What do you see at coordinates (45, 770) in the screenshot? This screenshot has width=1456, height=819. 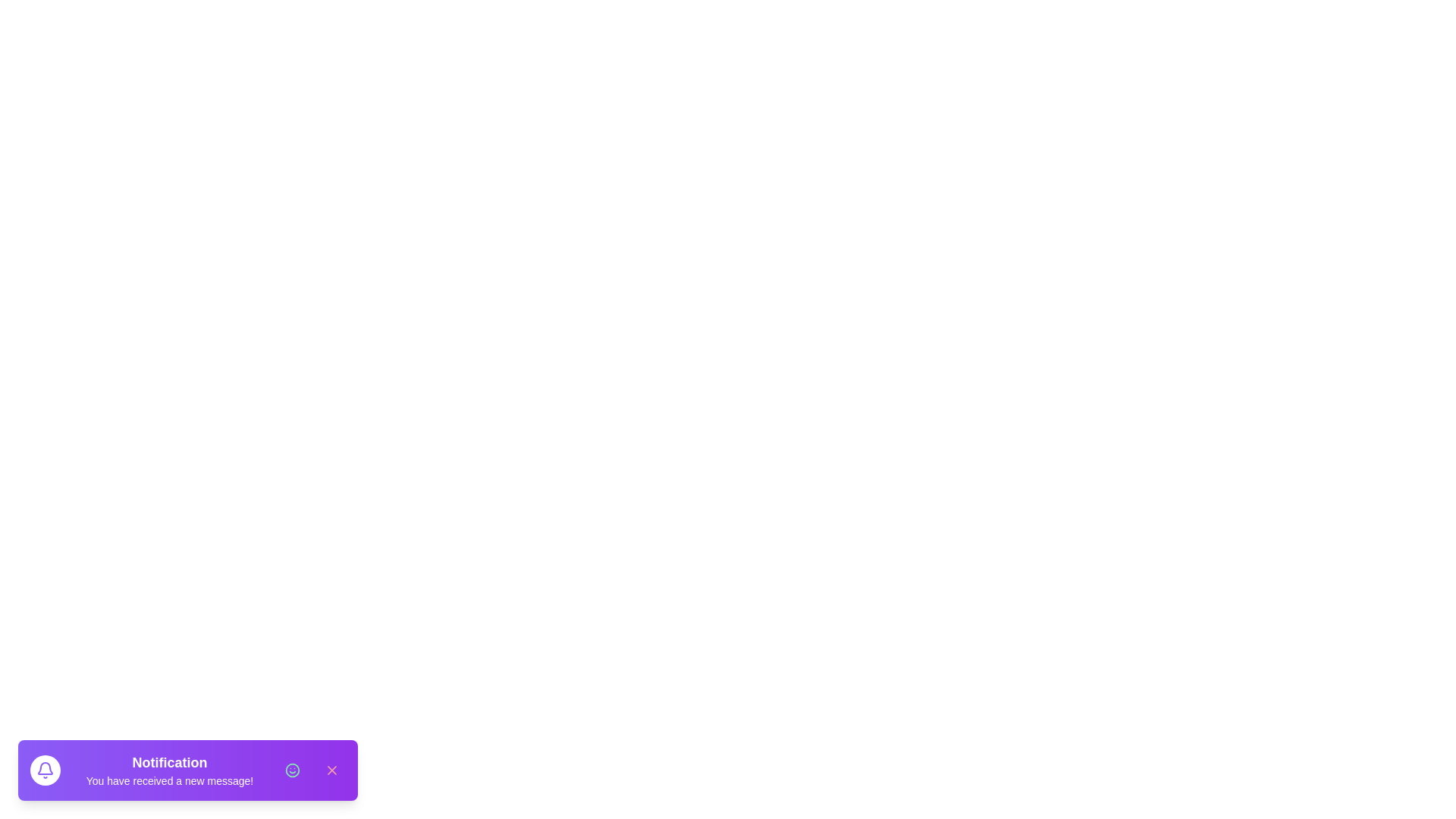 I see `the bell icon to observe its state indicating a new message` at bounding box center [45, 770].